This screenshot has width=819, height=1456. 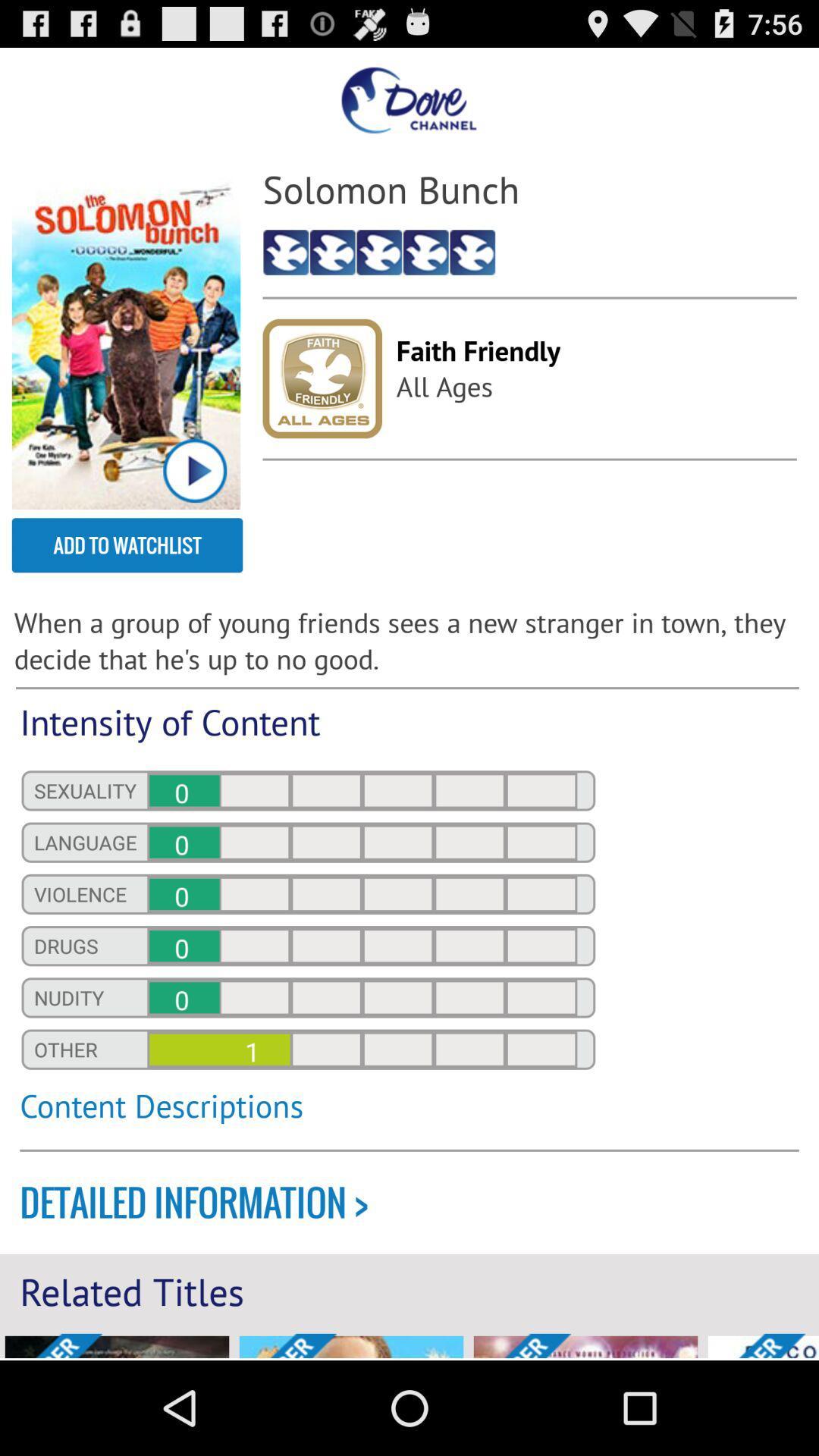 What do you see at coordinates (127, 545) in the screenshot?
I see `the icon above when a group icon` at bounding box center [127, 545].